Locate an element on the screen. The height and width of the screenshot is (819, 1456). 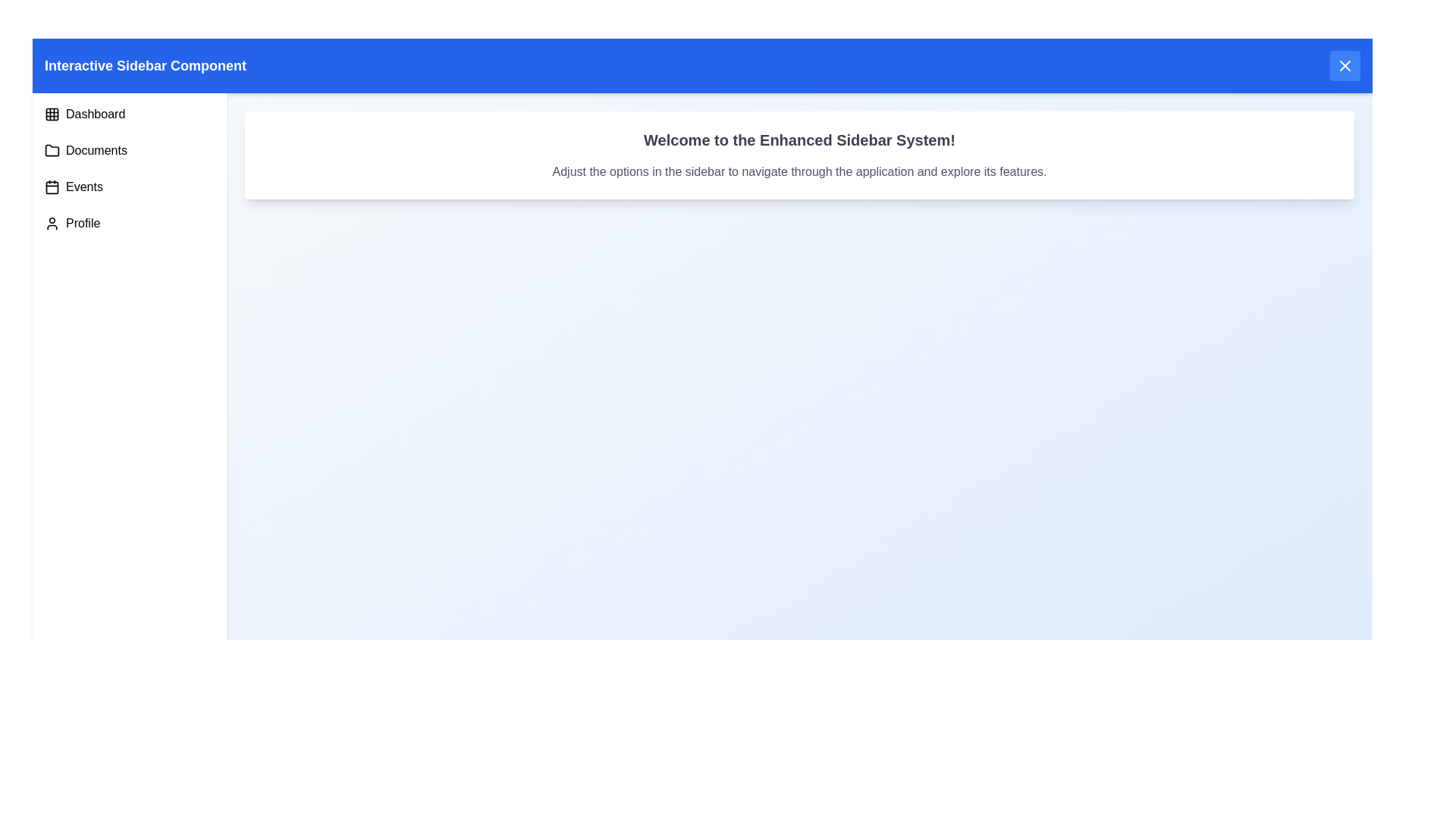
the 'Documents' menu item, which is the second item in the sidebar list is located at coordinates (130, 151).